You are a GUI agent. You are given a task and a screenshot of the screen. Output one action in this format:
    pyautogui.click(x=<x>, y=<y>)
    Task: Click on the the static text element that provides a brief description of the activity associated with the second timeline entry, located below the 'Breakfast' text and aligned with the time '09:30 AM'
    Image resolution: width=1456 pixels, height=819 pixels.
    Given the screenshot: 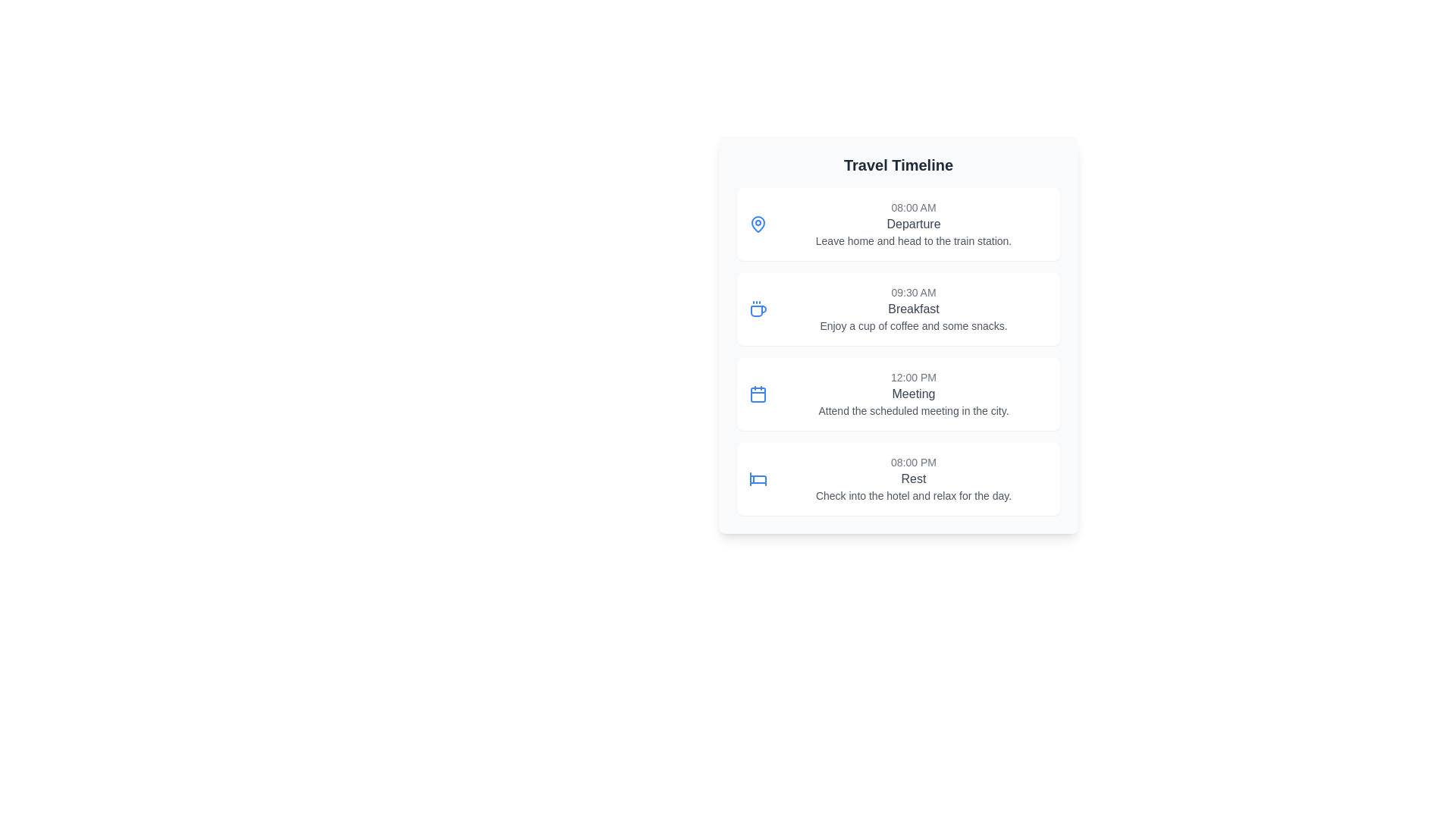 What is the action you would take?
    pyautogui.click(x=912, y=325)
    